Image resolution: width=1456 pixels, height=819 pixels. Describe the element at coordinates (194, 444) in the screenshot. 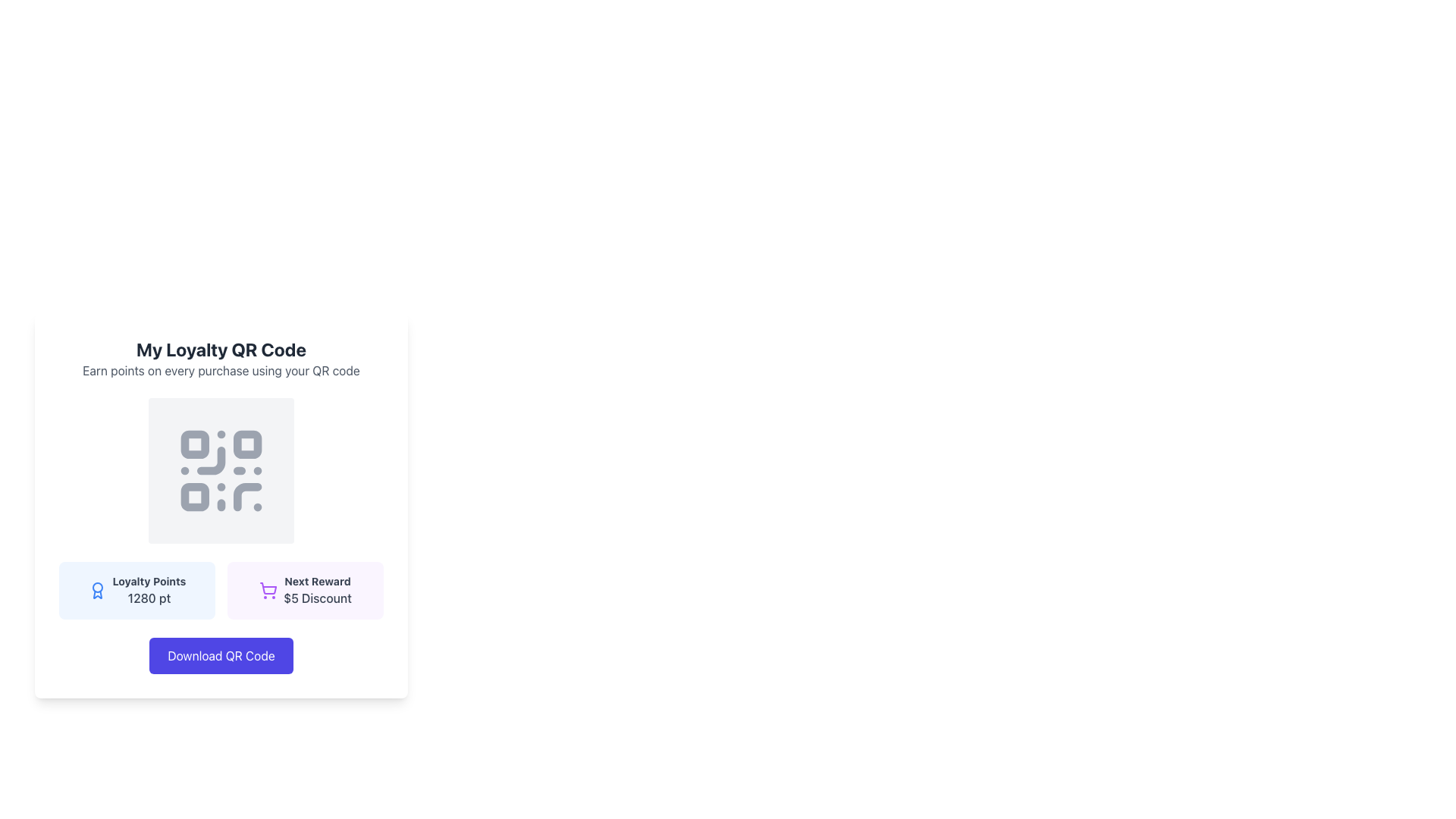

I see `the QR code segment located at the top-left corner of the QR code graphic within the 'My Loyalty QR Code' card` at that location.